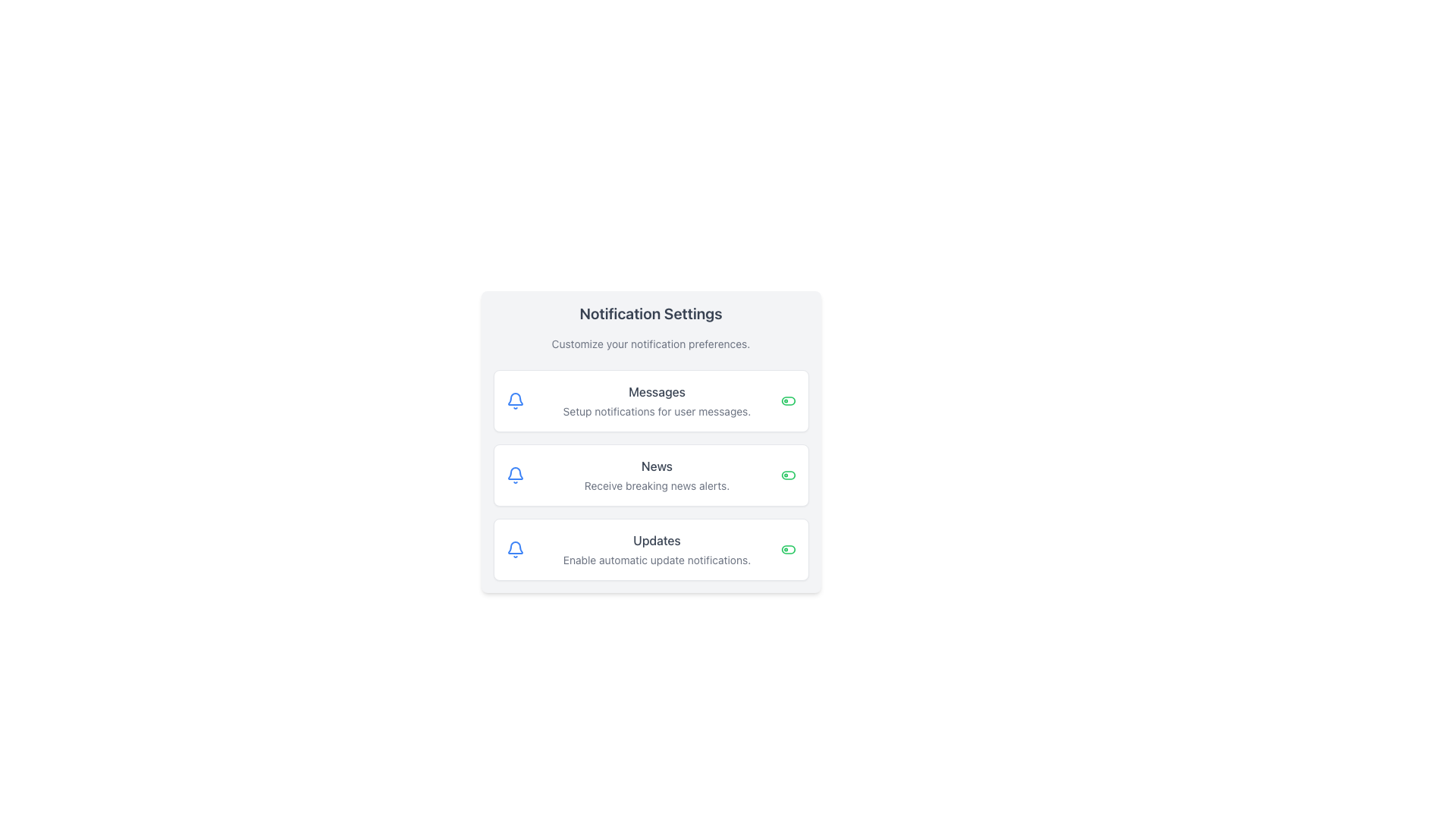  I want to click on the Updates icon in the Notification Settings panel, located on the third row to the left of the text 'Updates', so click(515, 550).